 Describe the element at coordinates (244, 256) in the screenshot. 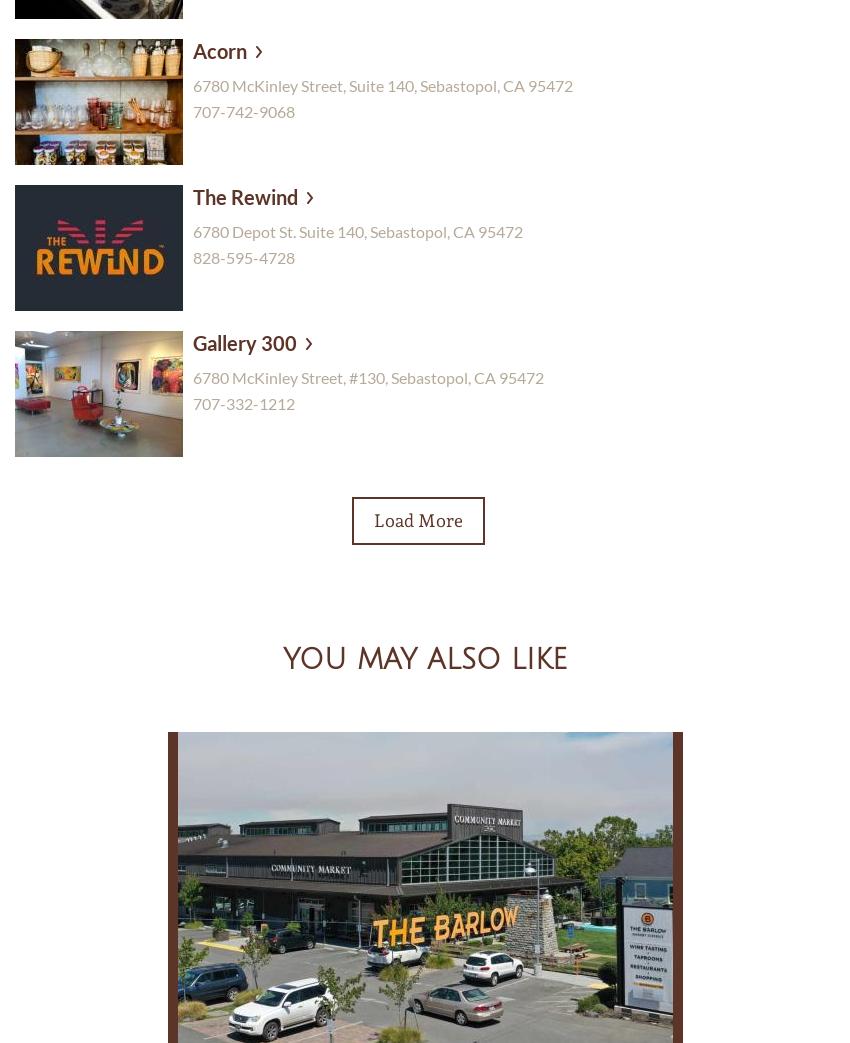

I see `'828-595-4728'` at that location.